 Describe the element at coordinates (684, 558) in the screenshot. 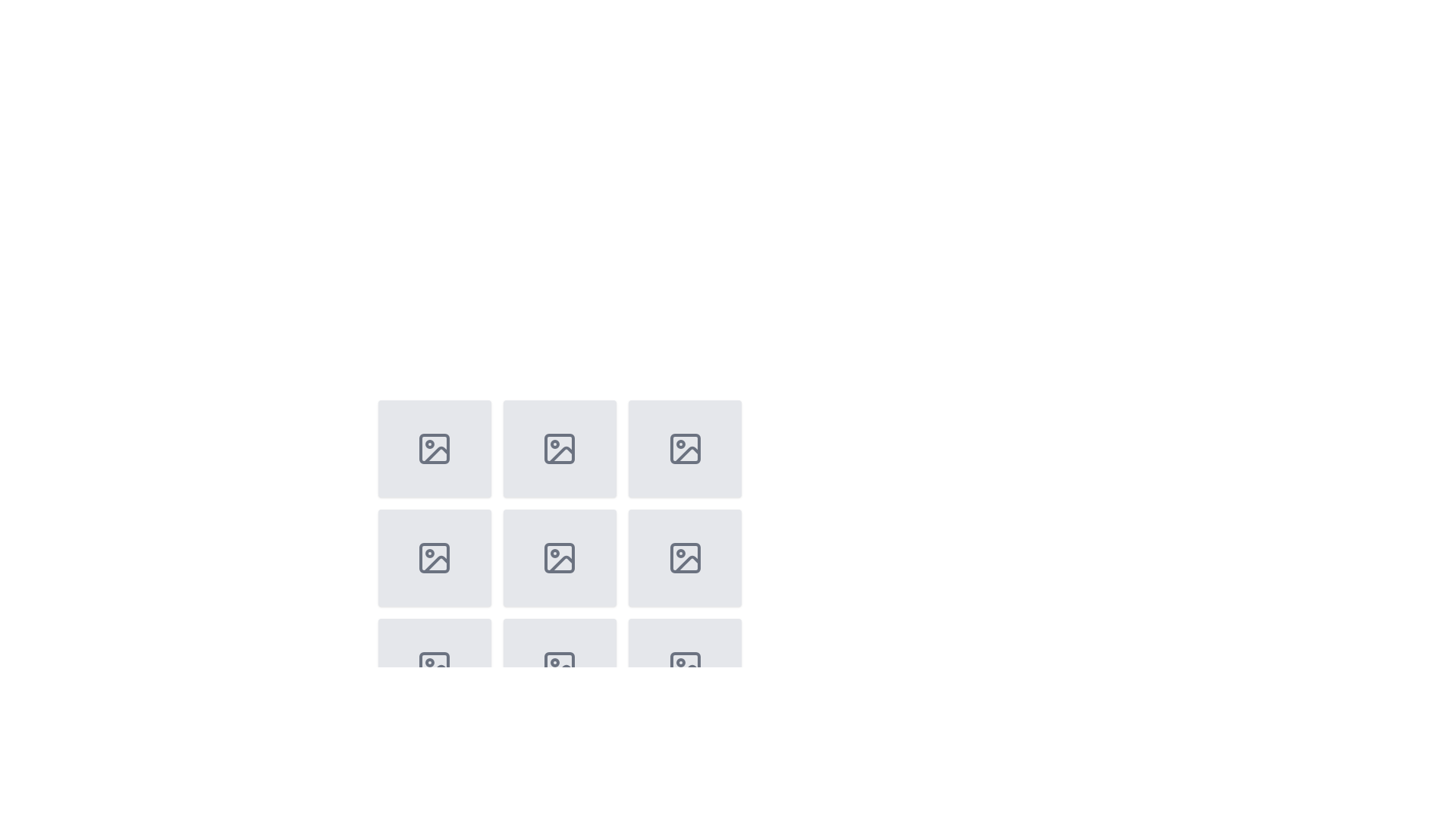

I see `the icon located at the bottom-right position of a 3x3 grid, which serves as a placeholder for an image or graphical content` at that location.